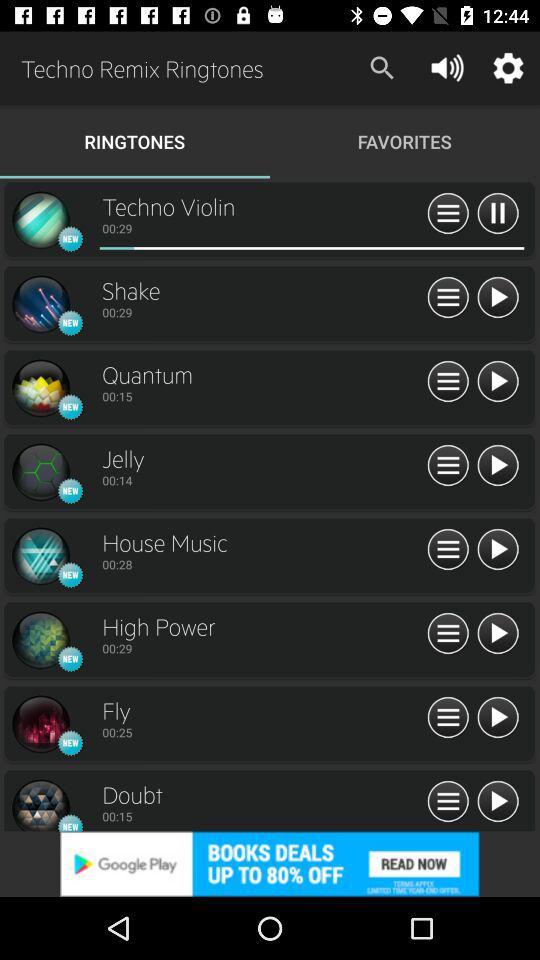 This screenshot has height=960, width=540. I want to click on ringtone, so click(496, 466).